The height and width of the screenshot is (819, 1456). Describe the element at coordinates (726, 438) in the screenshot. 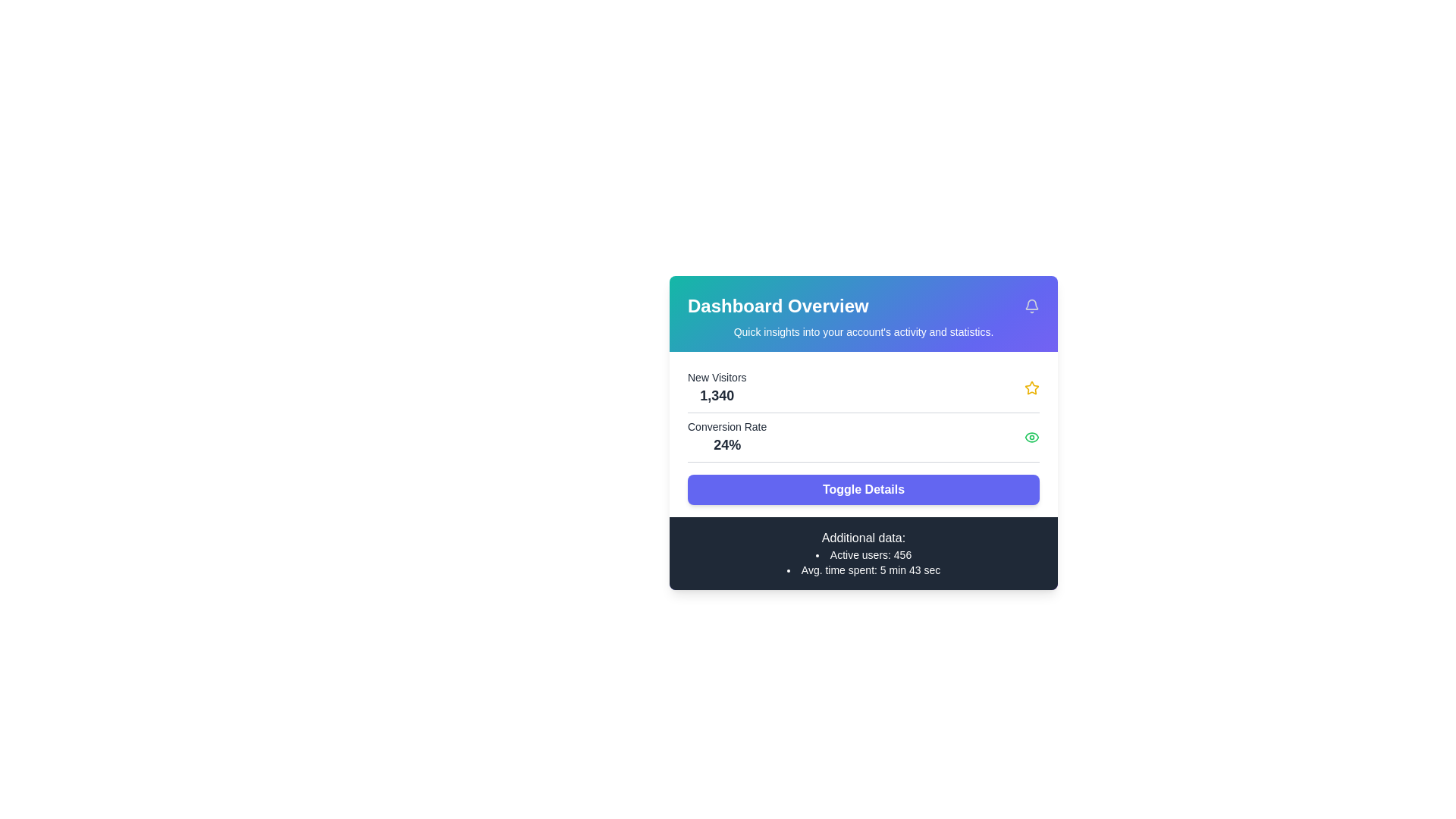

I see `the Text Display element that shows the conversion rate metric, located below the 'New Visitors' metric in the dashboard overview` at that location.